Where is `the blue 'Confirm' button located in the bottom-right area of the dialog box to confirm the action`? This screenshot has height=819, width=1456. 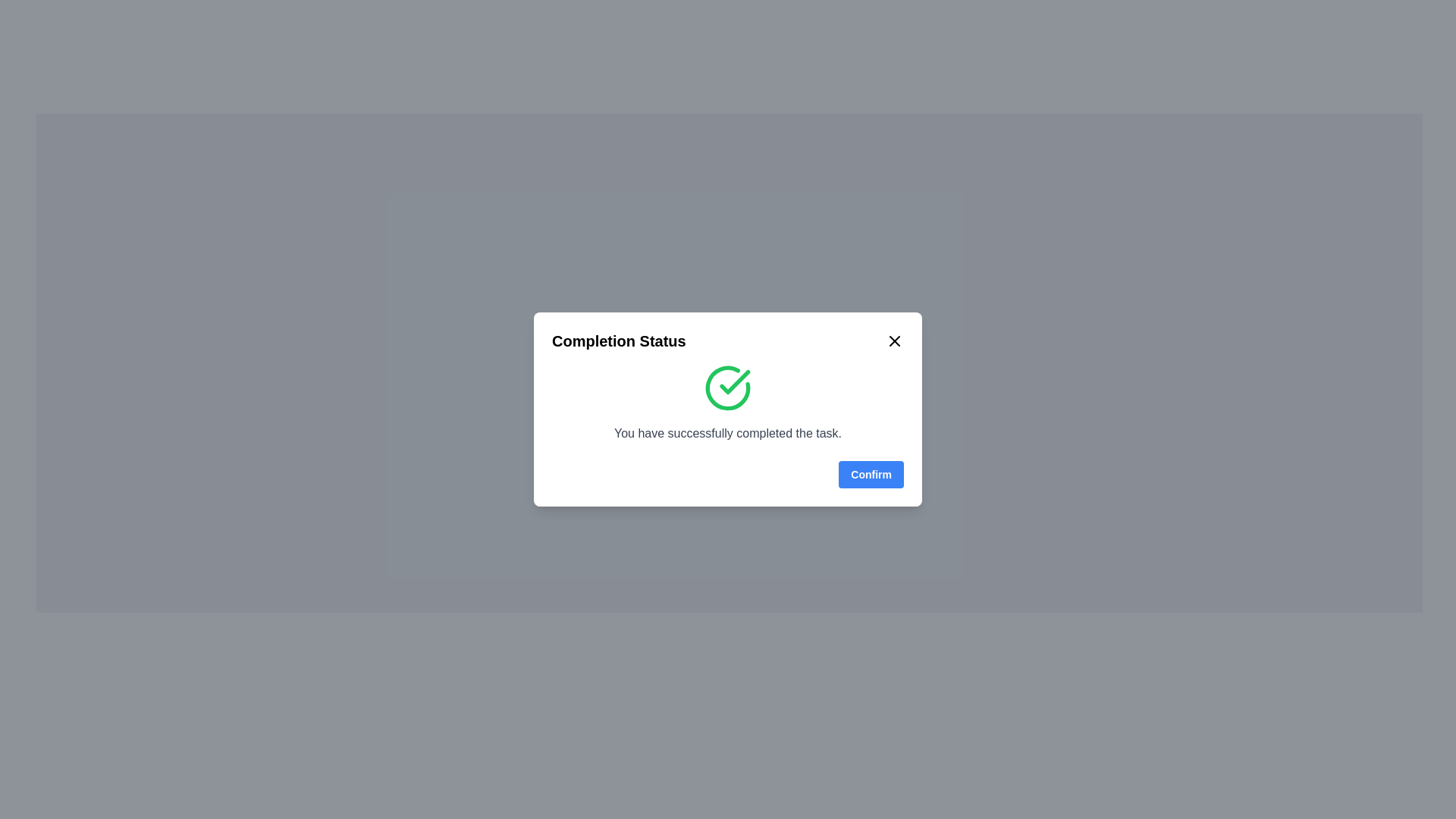 the blue 'Confirm' button located in the bottom-right area of the dialog box to confirm the action is located at coordinates (871, 473).